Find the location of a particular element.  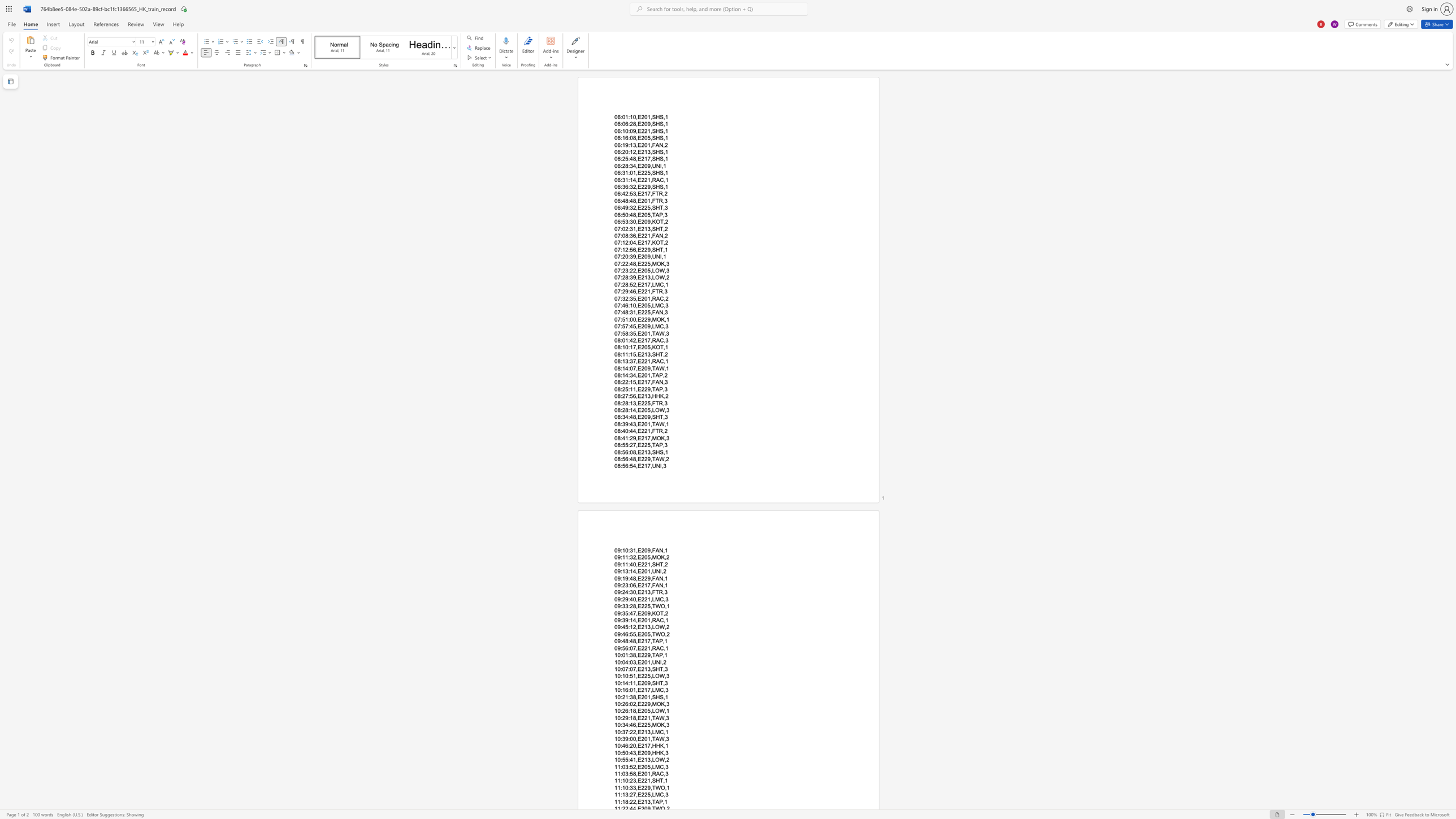

the space between the continuous character "3" and "," in the text is located at coordinates (649, 801).